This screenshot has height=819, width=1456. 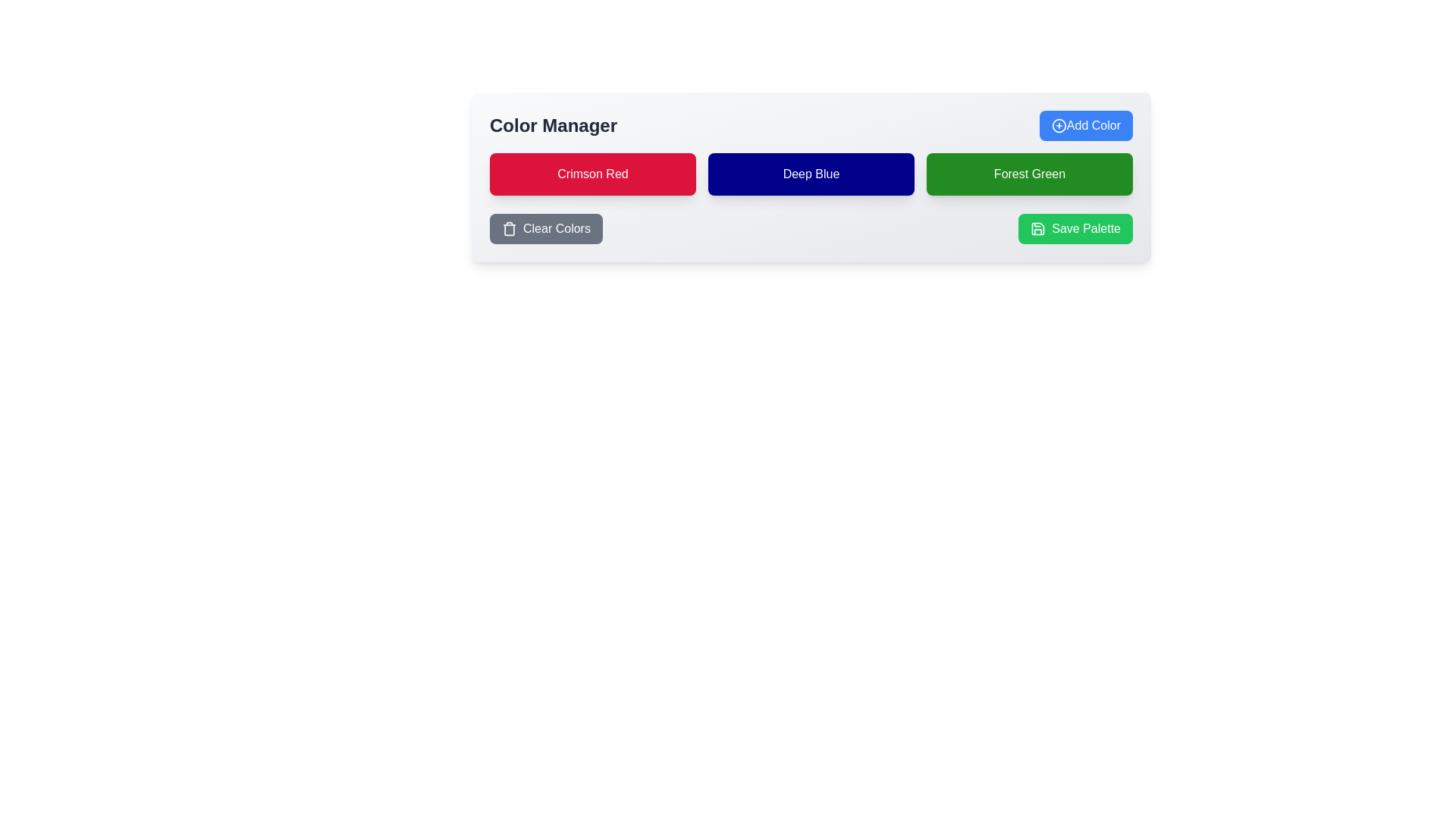 What do you see at coordinates (1058, 124) in the screenshot?
I see `the circular SVG icon with a plus sign inside, located within the blue 'Add Color' button at the top-right corner of the interface` at bounding box center [1058, 124].